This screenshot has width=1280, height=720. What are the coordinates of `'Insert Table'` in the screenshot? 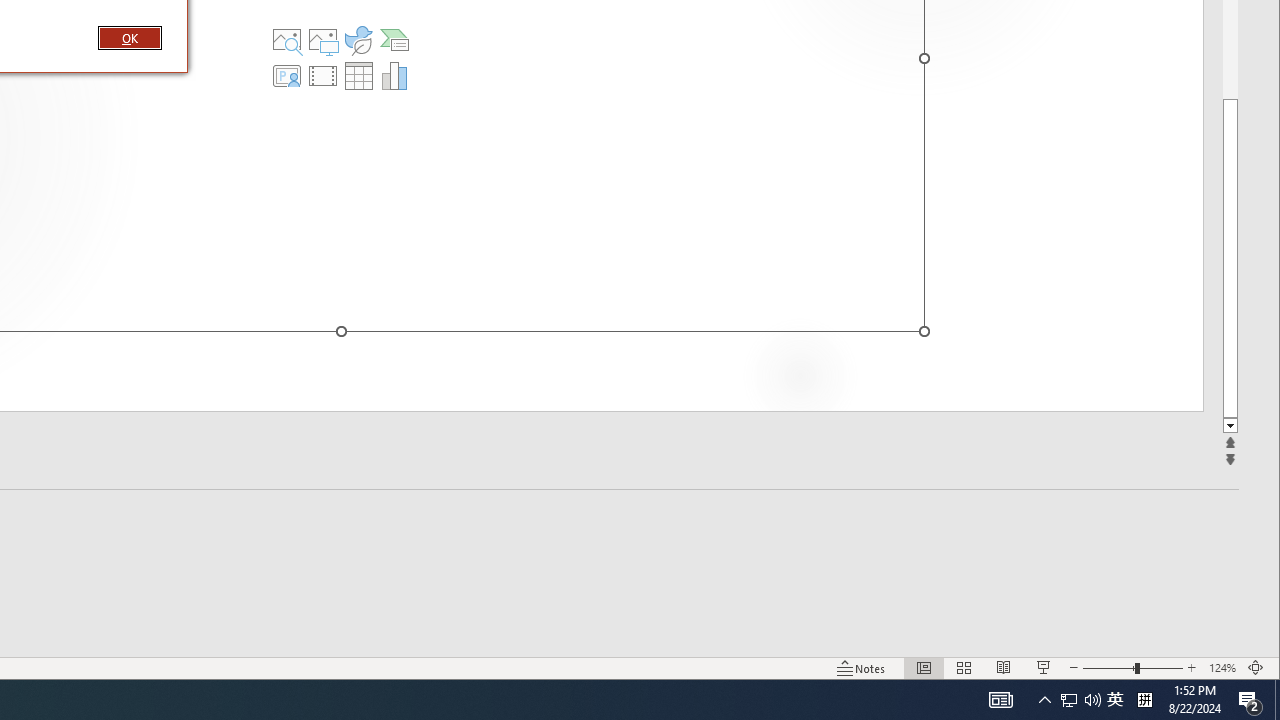 It's located at (359, 74).